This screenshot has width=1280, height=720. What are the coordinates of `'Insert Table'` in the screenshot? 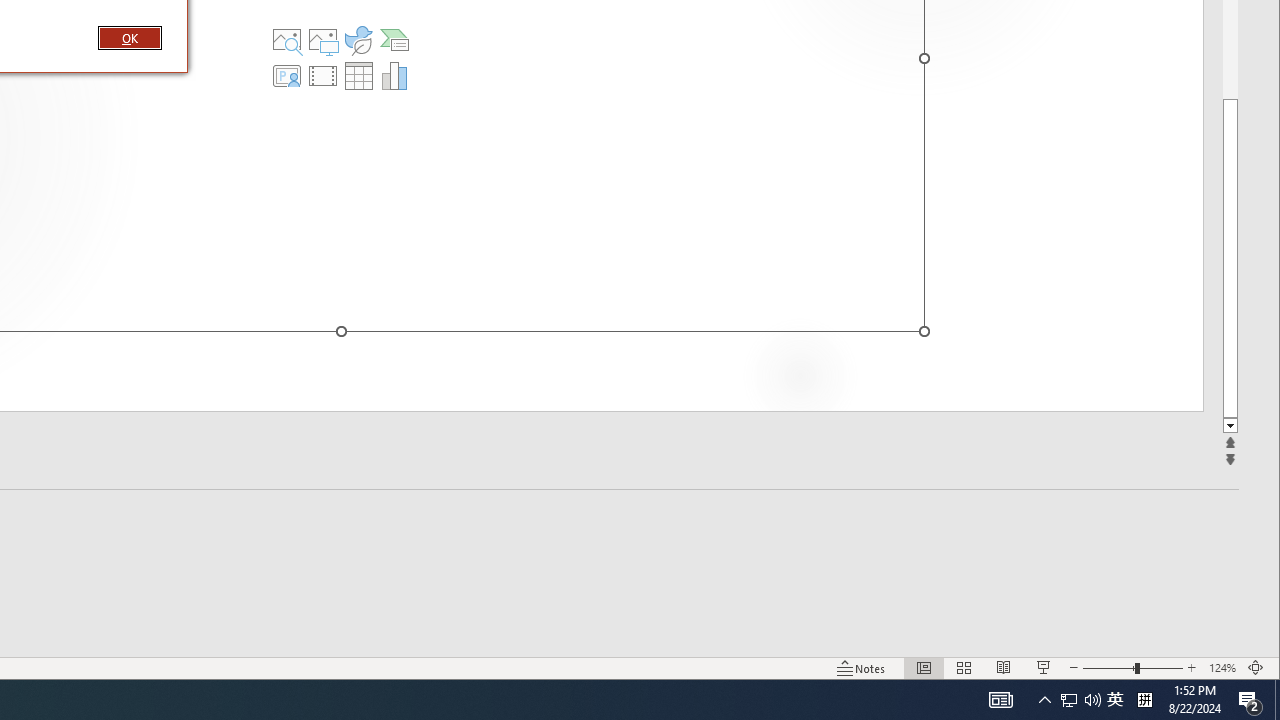 It's located at (359, 74).